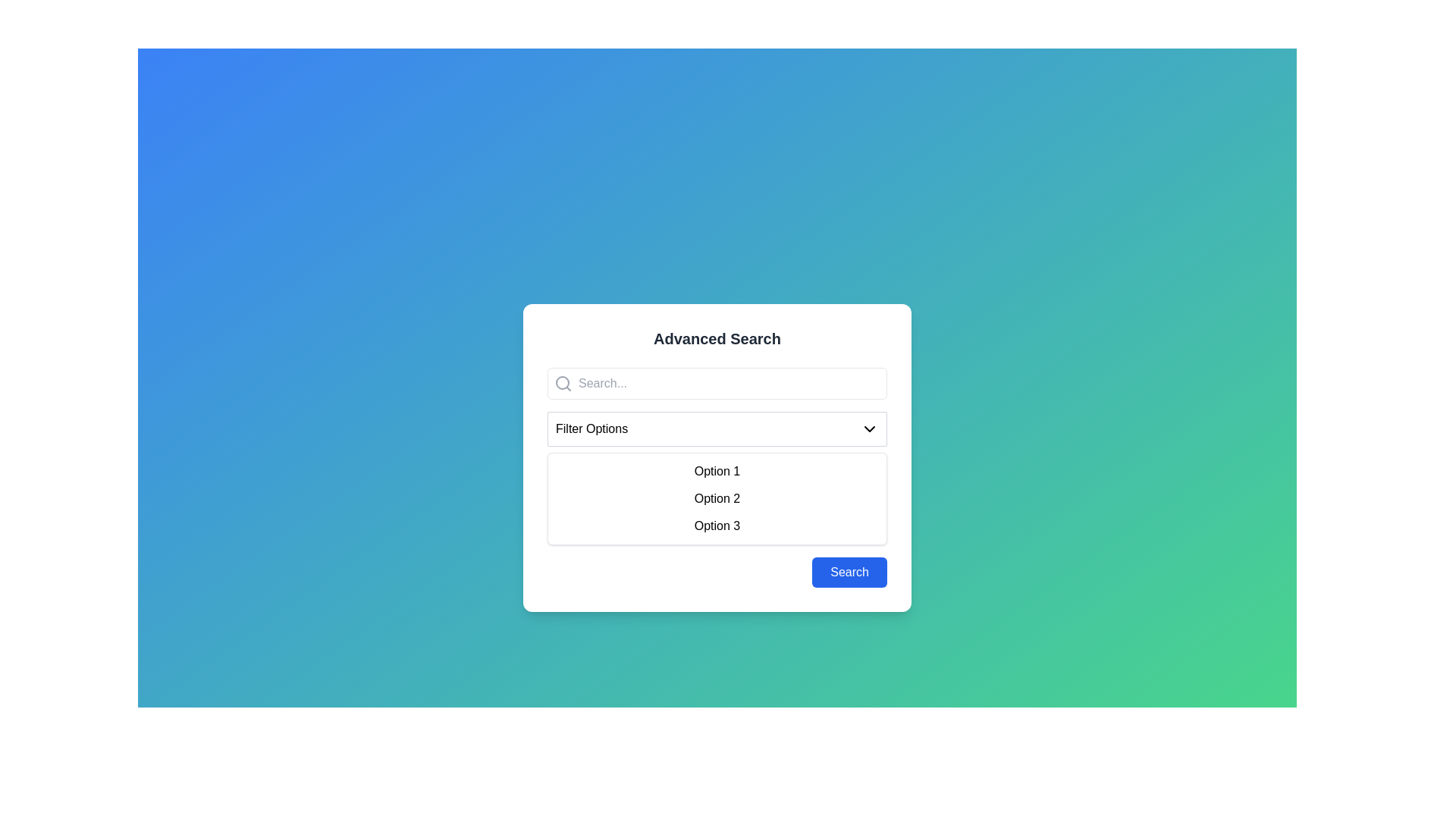  Describe the element at coordinates (716, 470) in the screenshot. I see `the 'Option 1' list item, which is the first item in a vertical list of selectable options styled with rounded corners and a light gray background` at that location.